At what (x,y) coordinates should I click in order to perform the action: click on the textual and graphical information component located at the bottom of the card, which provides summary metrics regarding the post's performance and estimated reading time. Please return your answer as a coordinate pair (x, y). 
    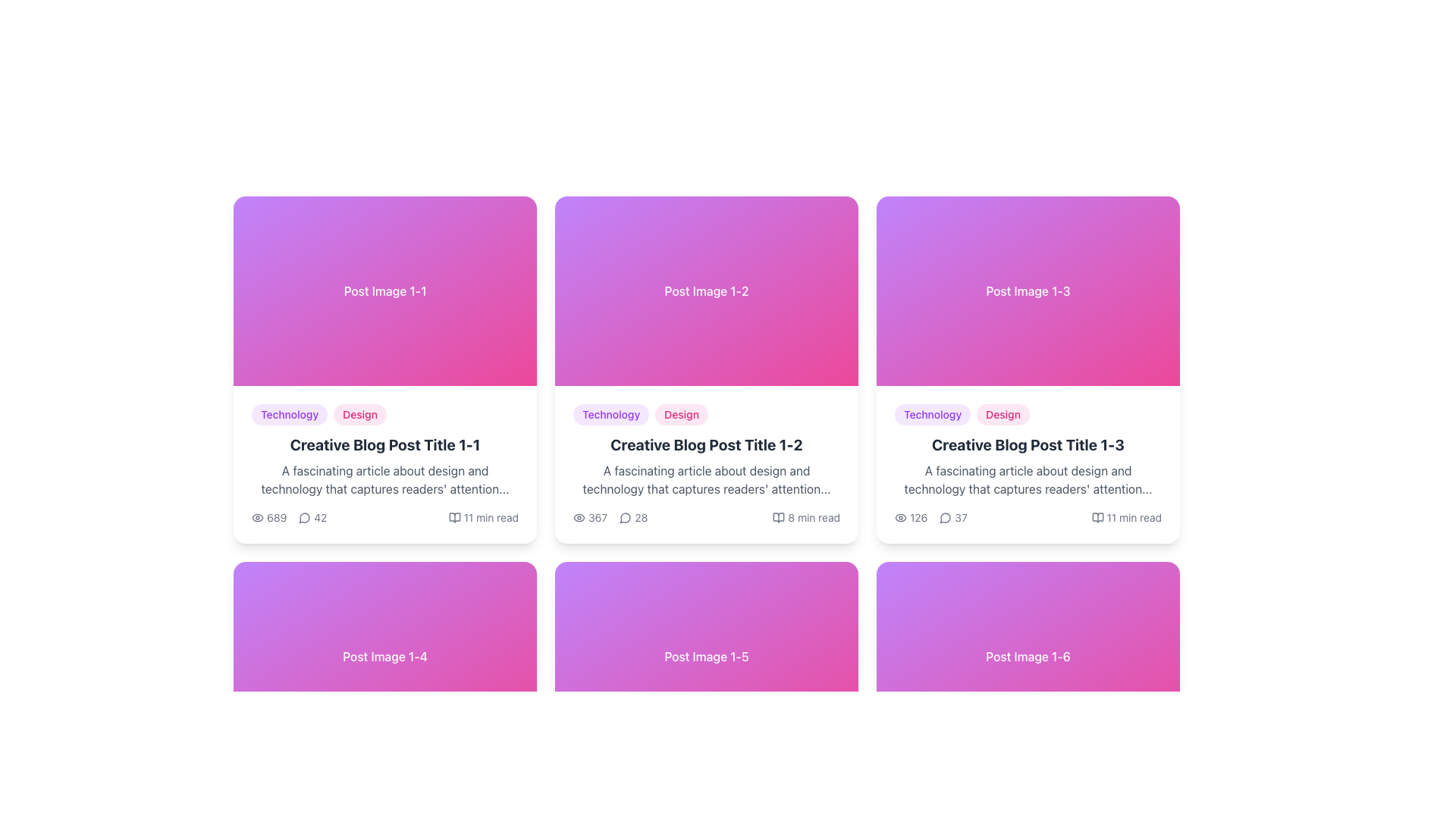
    Looking at the image, I should click on (385, 516).